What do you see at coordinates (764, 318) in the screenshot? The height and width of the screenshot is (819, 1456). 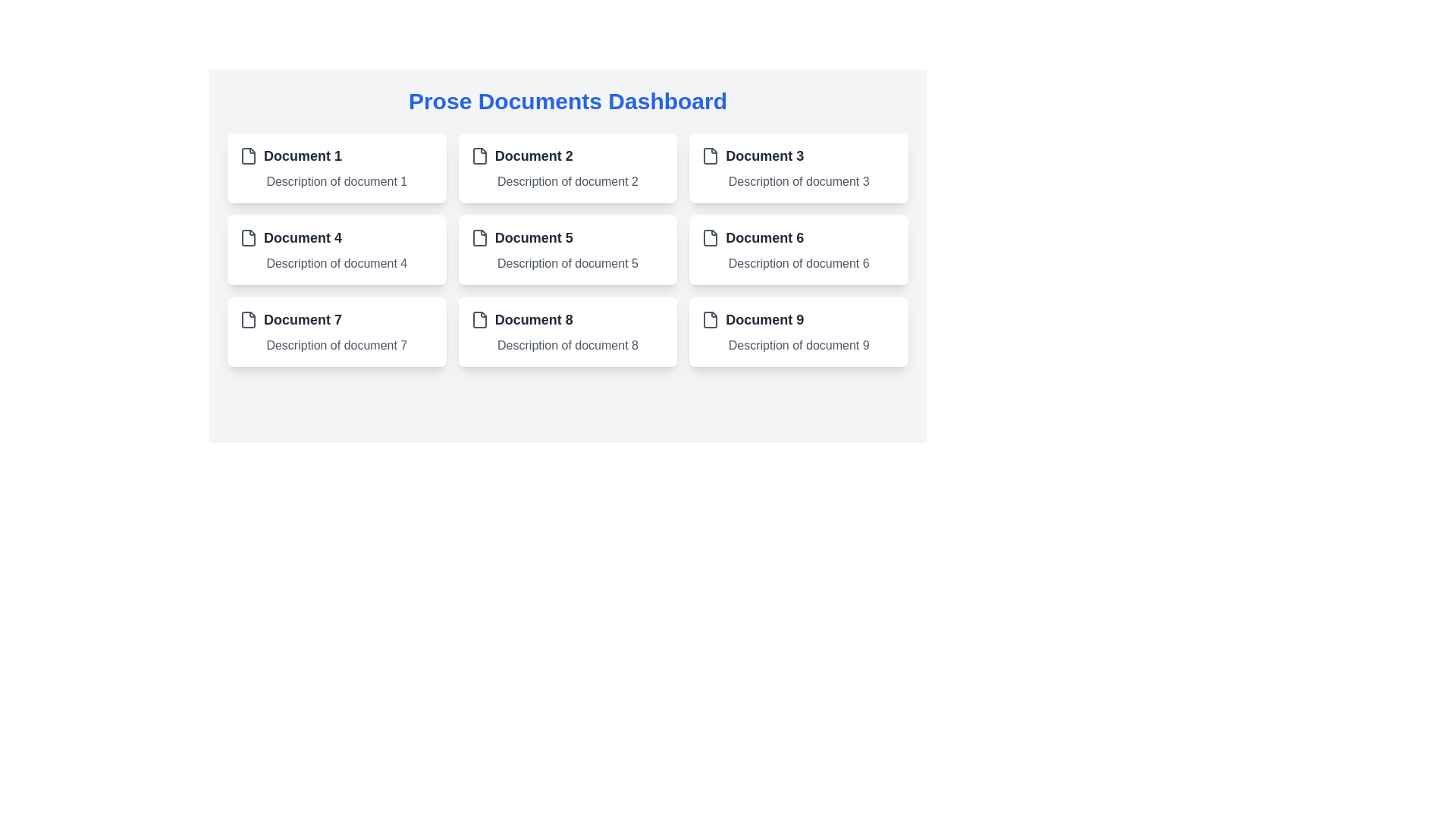 I see `the text label displaying 'Document 9', which is styled in bold and dark gray, located in the last card of a 3x3 grid layout at the bottom-right corner` at bounding box center [764, 318].